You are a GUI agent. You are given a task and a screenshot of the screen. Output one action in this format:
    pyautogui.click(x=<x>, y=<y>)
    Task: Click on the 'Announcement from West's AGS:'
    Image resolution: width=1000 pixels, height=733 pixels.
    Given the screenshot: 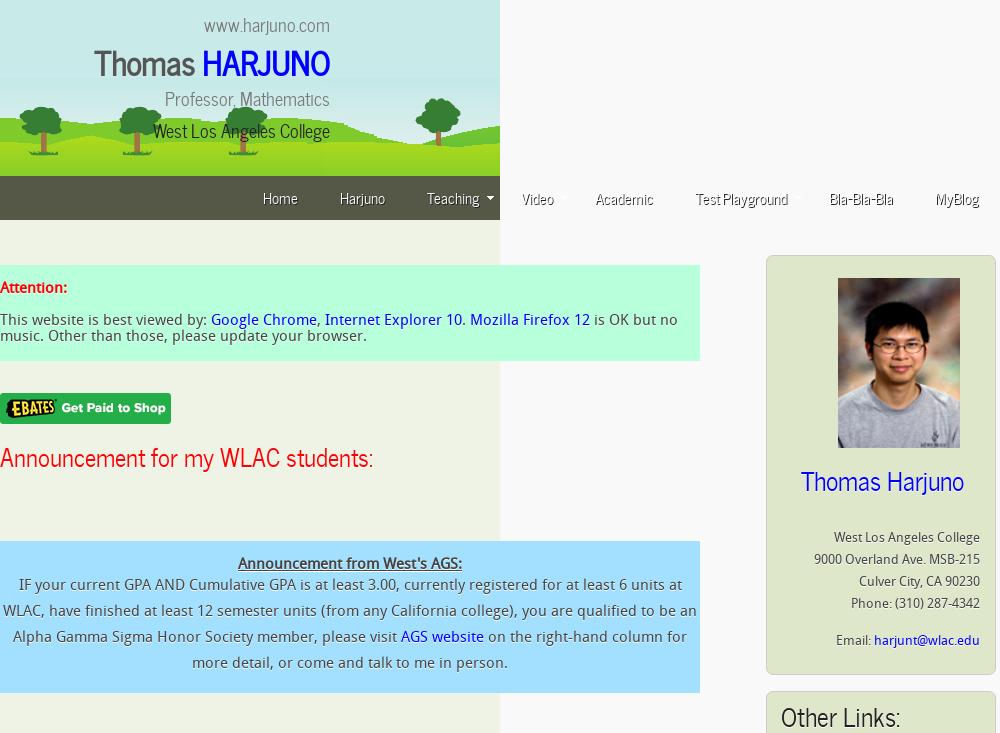 What is the action you would take?
    pyautogui.click(x=237, y=564)
    